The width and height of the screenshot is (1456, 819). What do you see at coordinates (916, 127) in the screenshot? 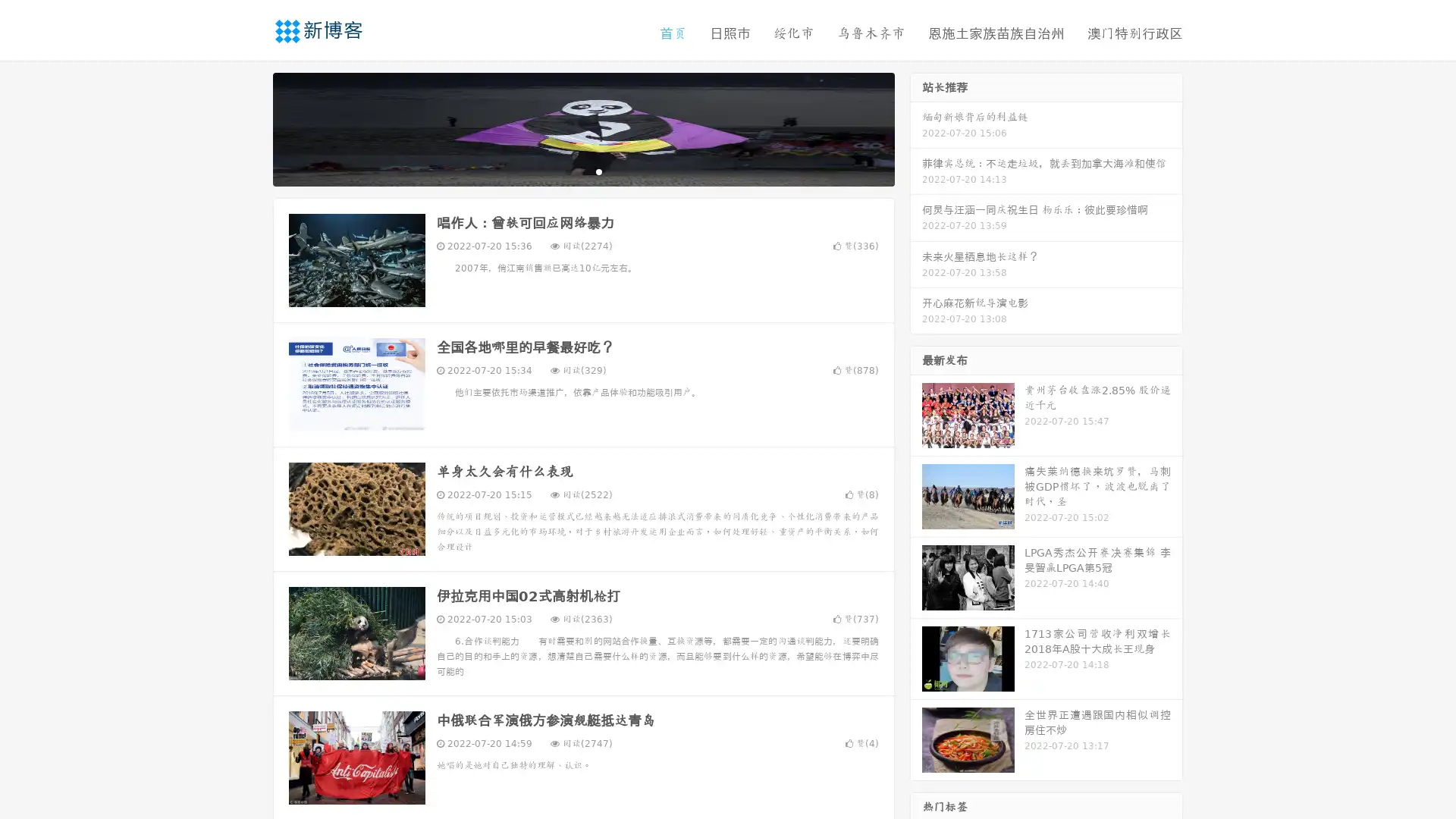
I see `Next slide` at bounding box center [916, 127].